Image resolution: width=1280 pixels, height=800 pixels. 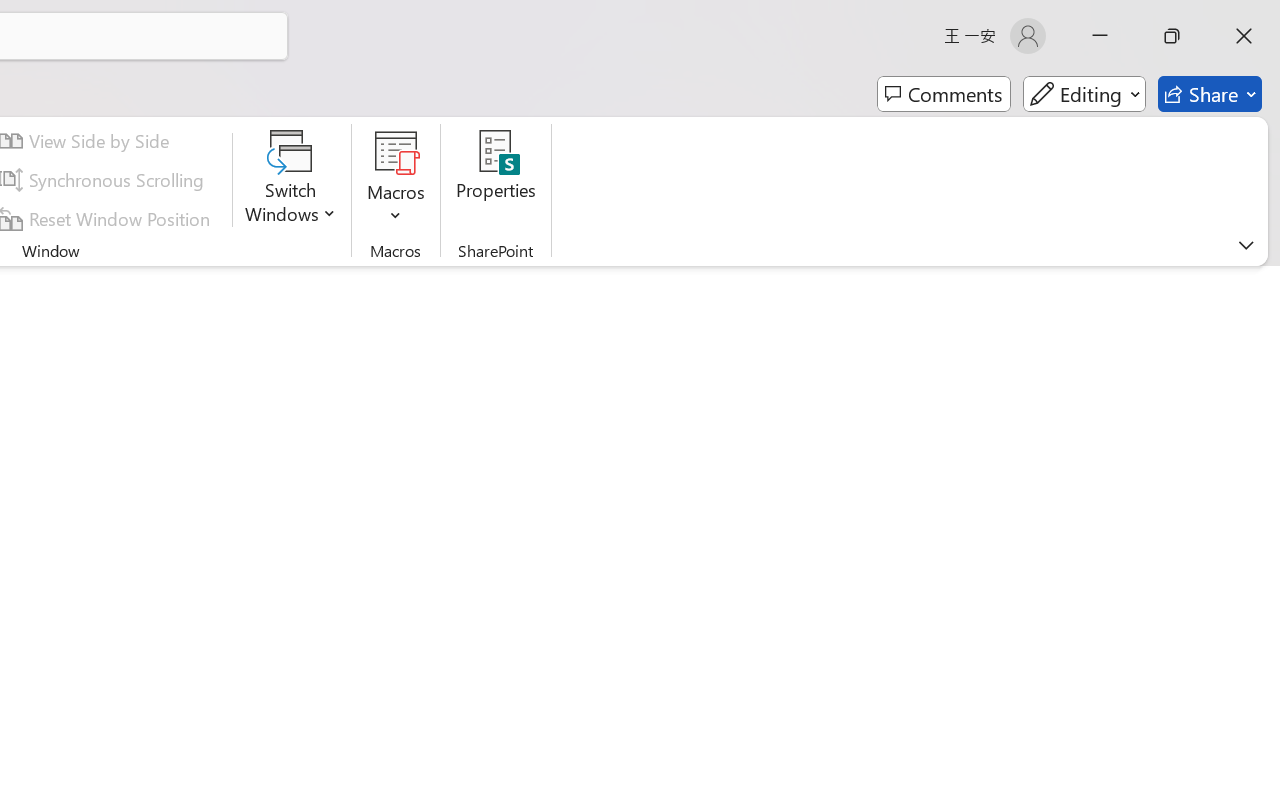 What do you see at coordinates (396, 179) in the screenshot?
I see `'Macros'` at bounding box center [396, 179].